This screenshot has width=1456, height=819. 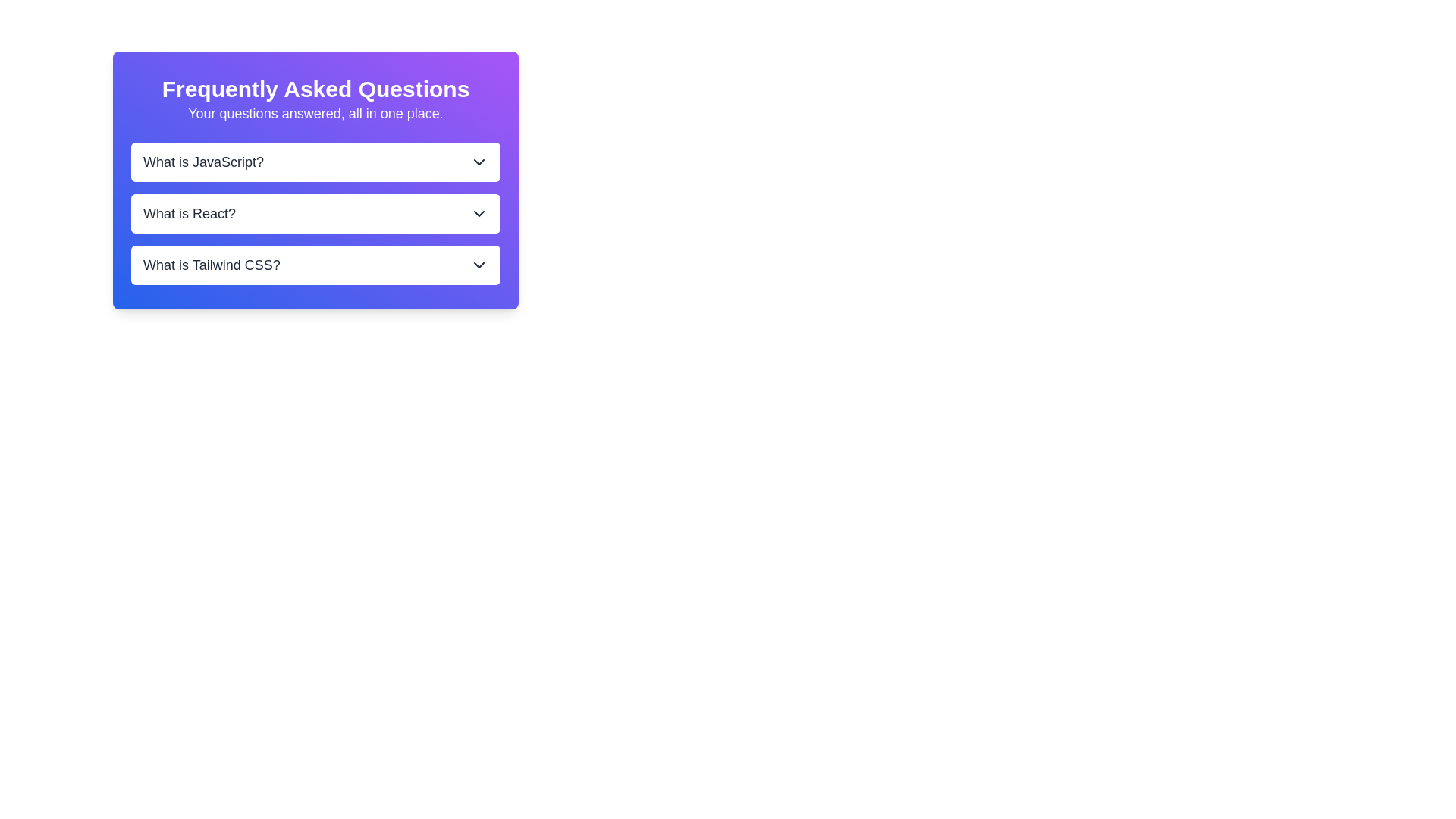 What do you see at coordinates (479, 265) in the screenshot?
I see `the small downward-pointing chevron icon next to the text 'What is Tailwind CSS?'` at bounding box center [479, 265].